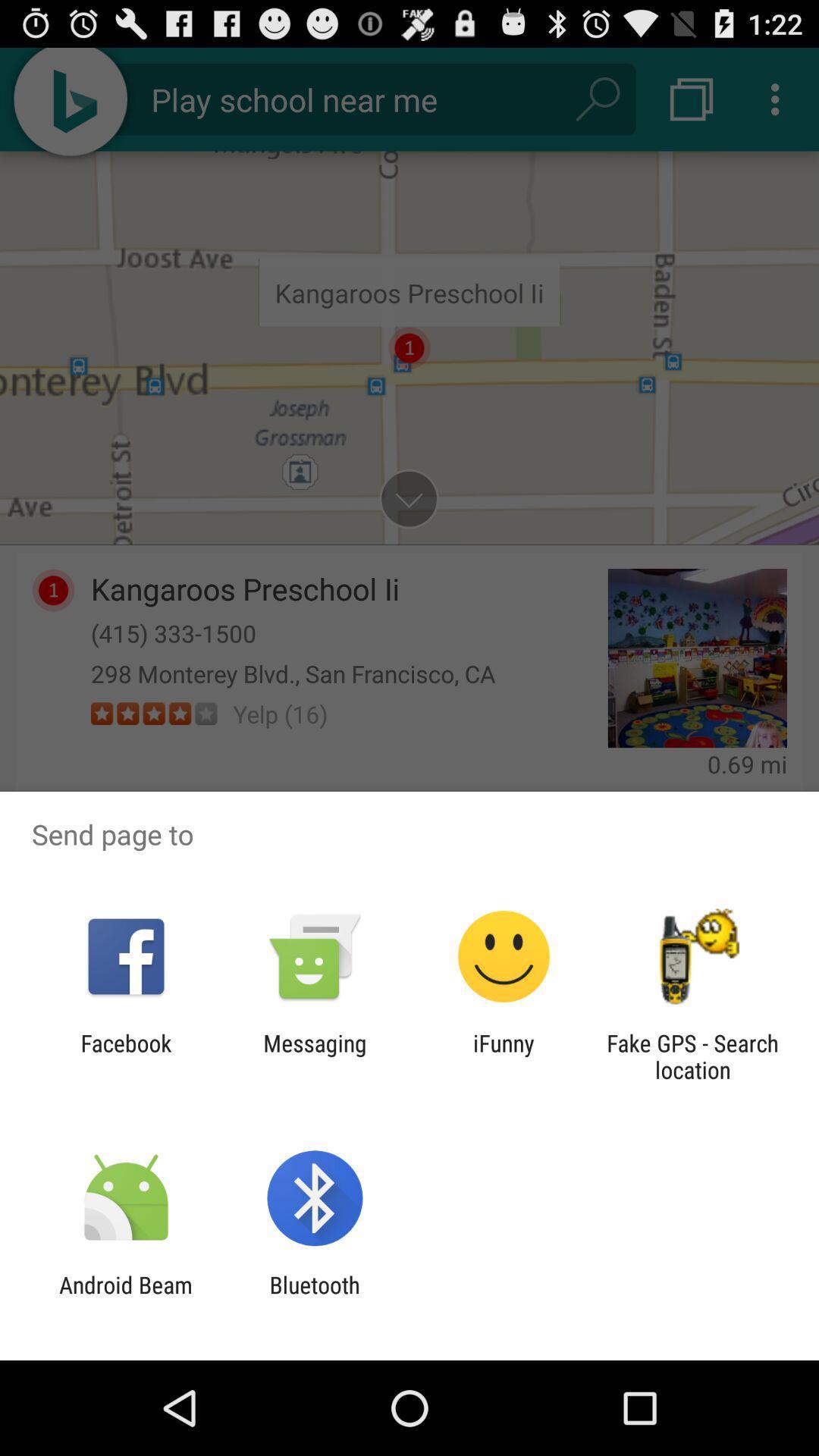 This screenshot has height=1456, width=819. I want to click on app to the left of the bluetooth app, so click(125, 1298).